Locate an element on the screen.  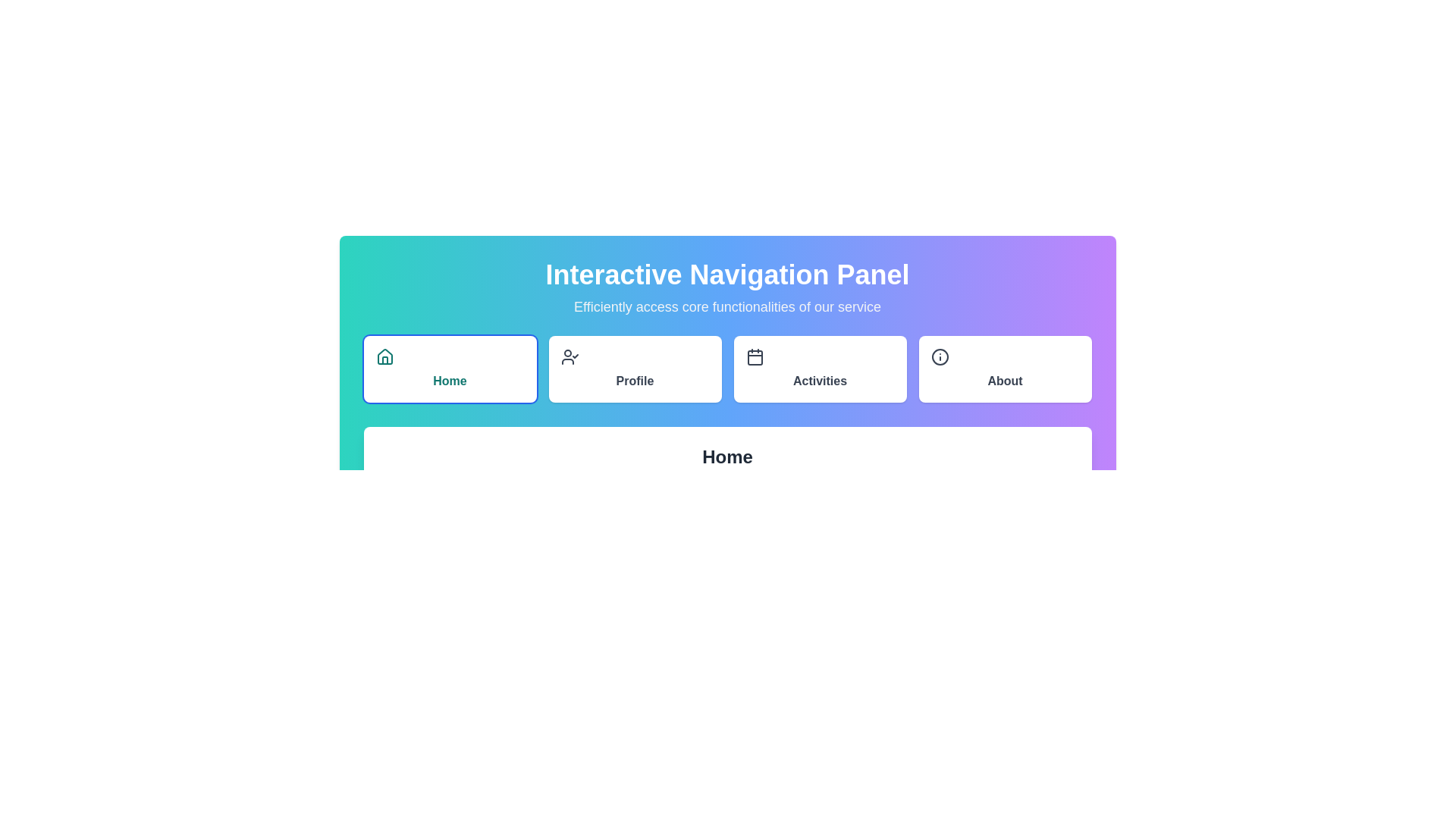
the house outline icon located in the leftmost navigation panel item labeled 'Home' is located at coordinates (384, 356).